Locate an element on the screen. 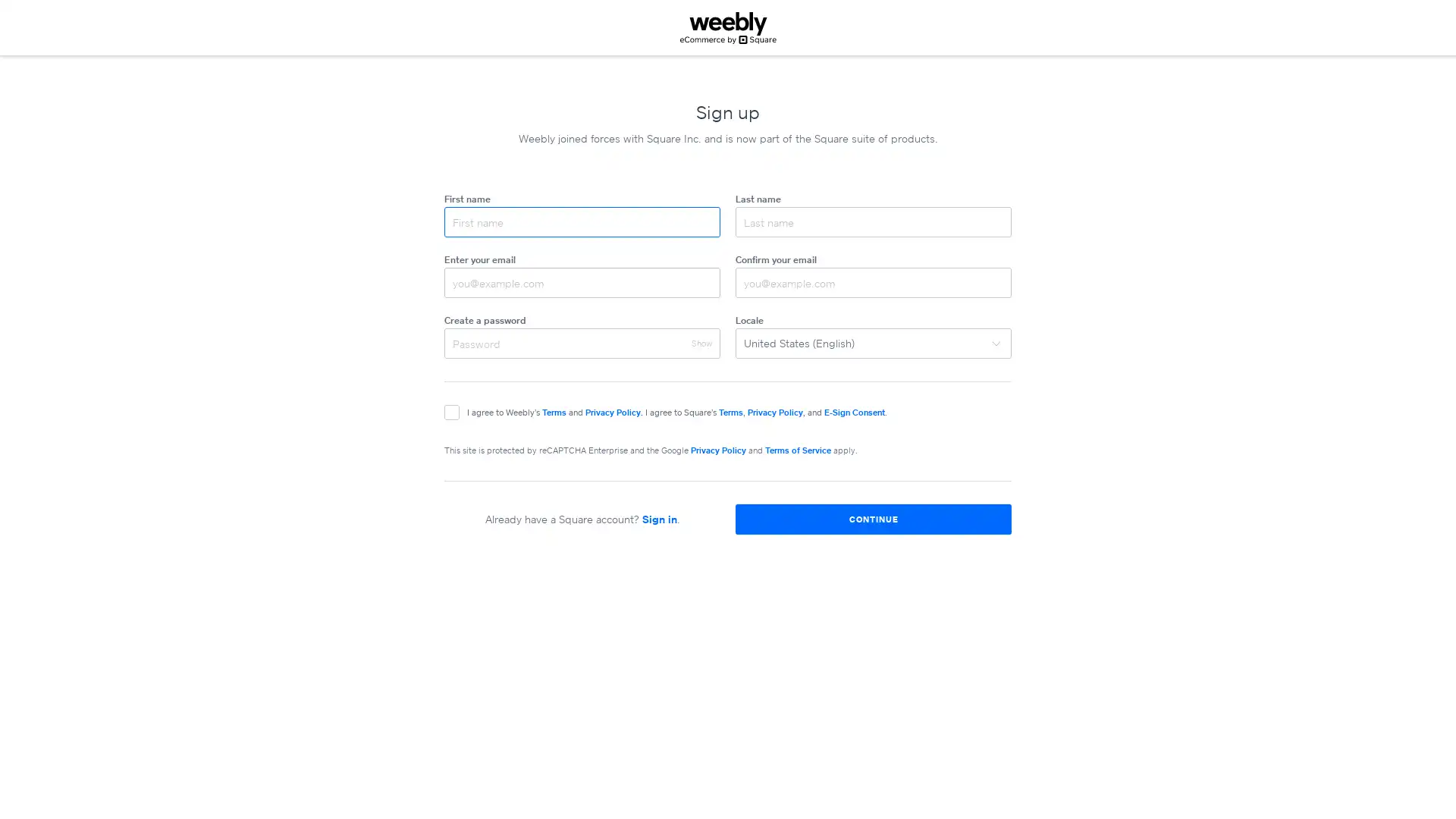  Show is located at coordinates (701, 343).